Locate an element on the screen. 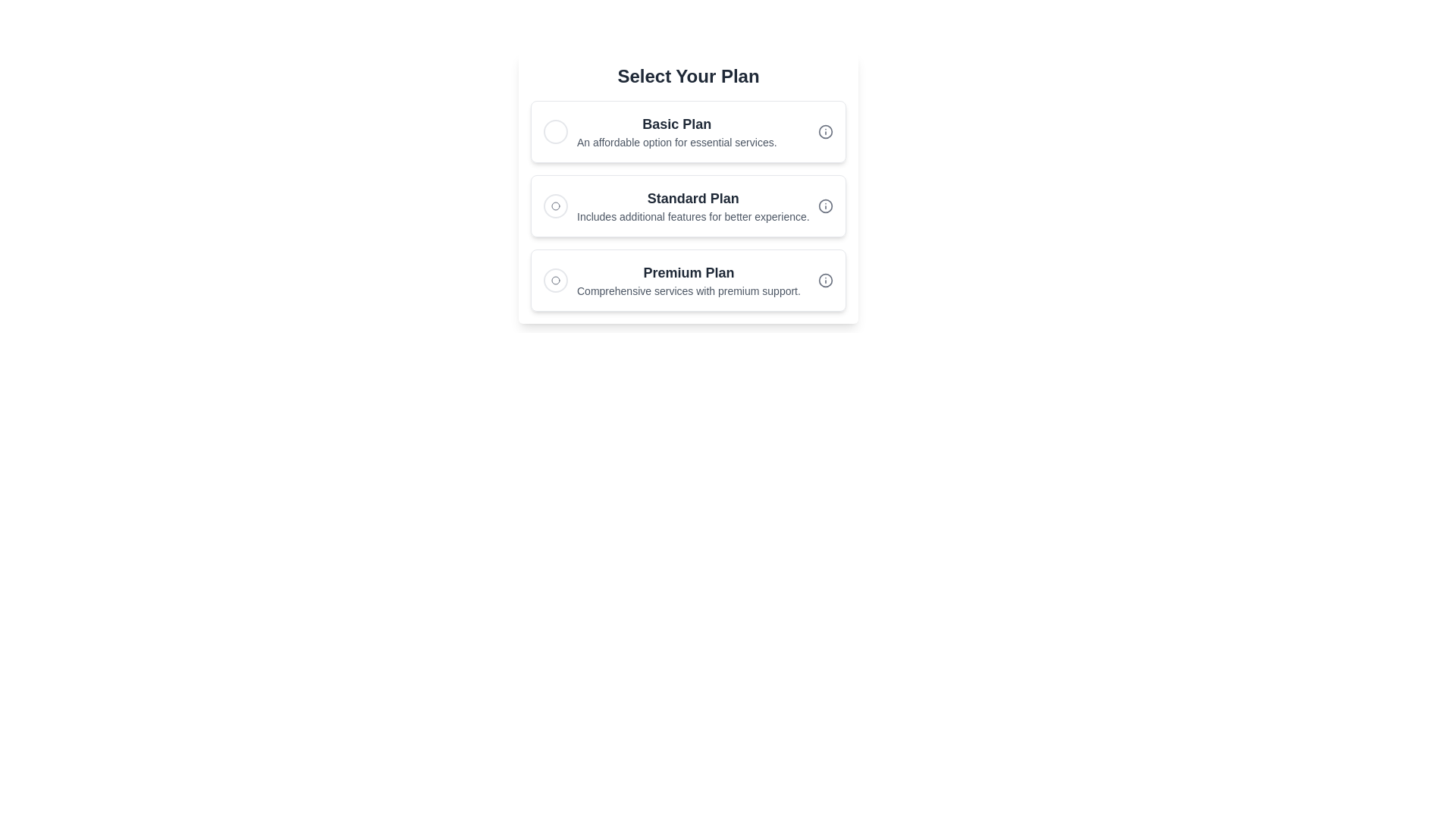 The width and height of the screenshot is (1456, 819). the circular icon or radio-style indicator located to the left of the 'Standard Plan' text is located at coordinates (555, 206).